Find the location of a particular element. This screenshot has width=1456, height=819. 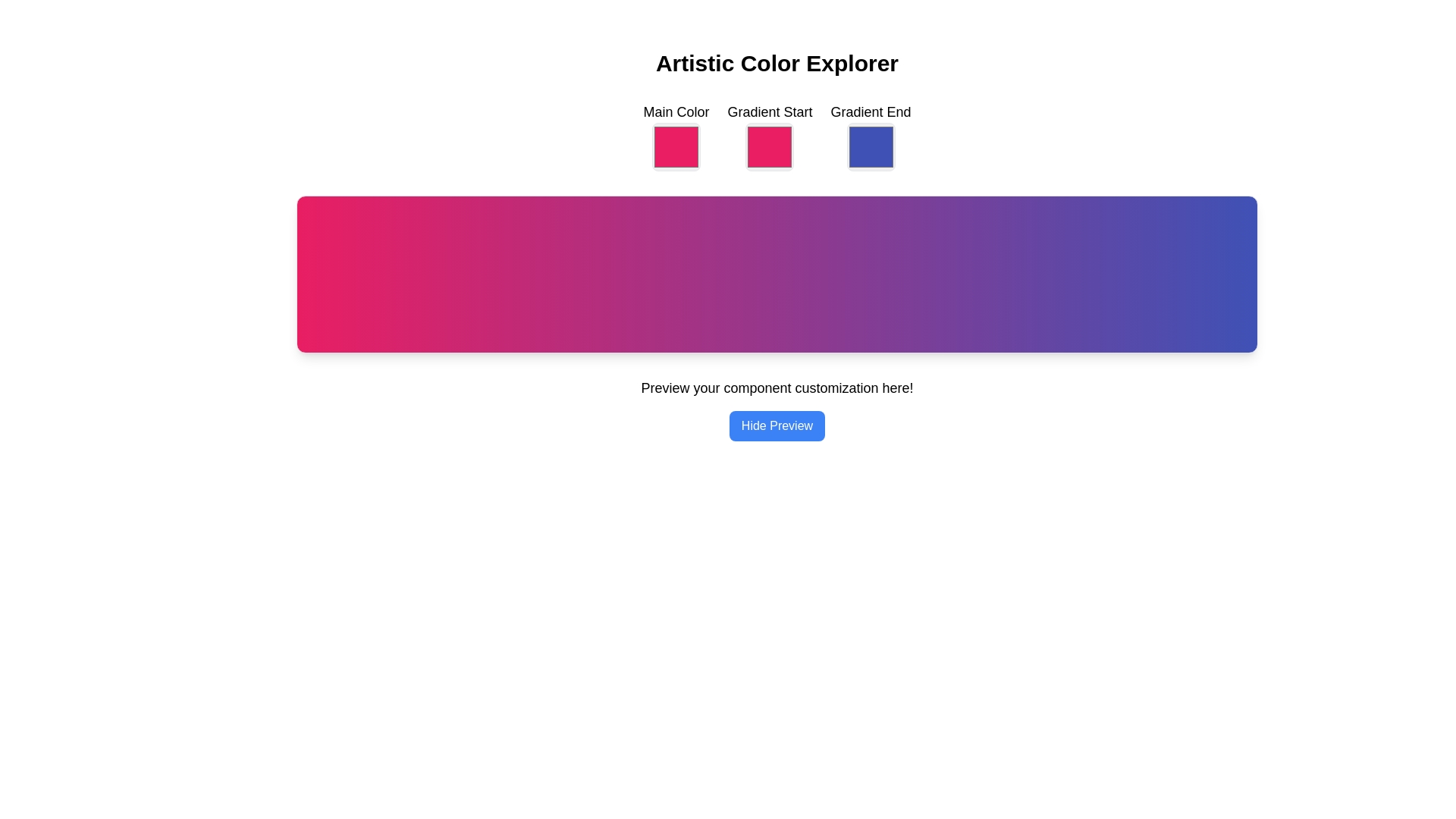

the button that toggles the visibility of the preview section in the component customization interface, located below the text 'Preview your component customization here!' is located at coordinates (777, 426).